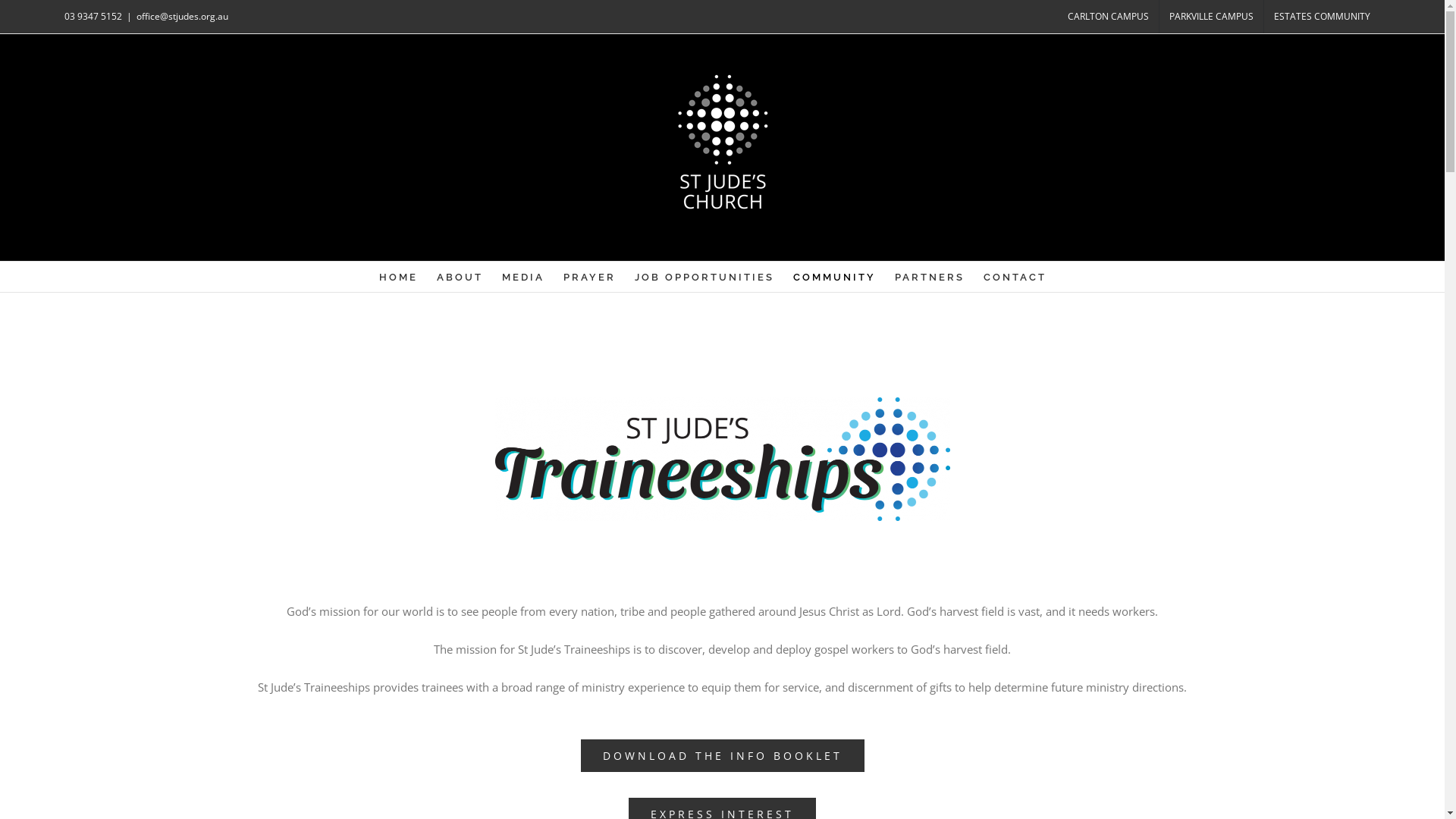 Image resolution: width=1456 pixels, height=819 pixels. Describe the element at coordinates (182, 16) in the screenshot. I see `'office@stjudes.org.au'` at that location.